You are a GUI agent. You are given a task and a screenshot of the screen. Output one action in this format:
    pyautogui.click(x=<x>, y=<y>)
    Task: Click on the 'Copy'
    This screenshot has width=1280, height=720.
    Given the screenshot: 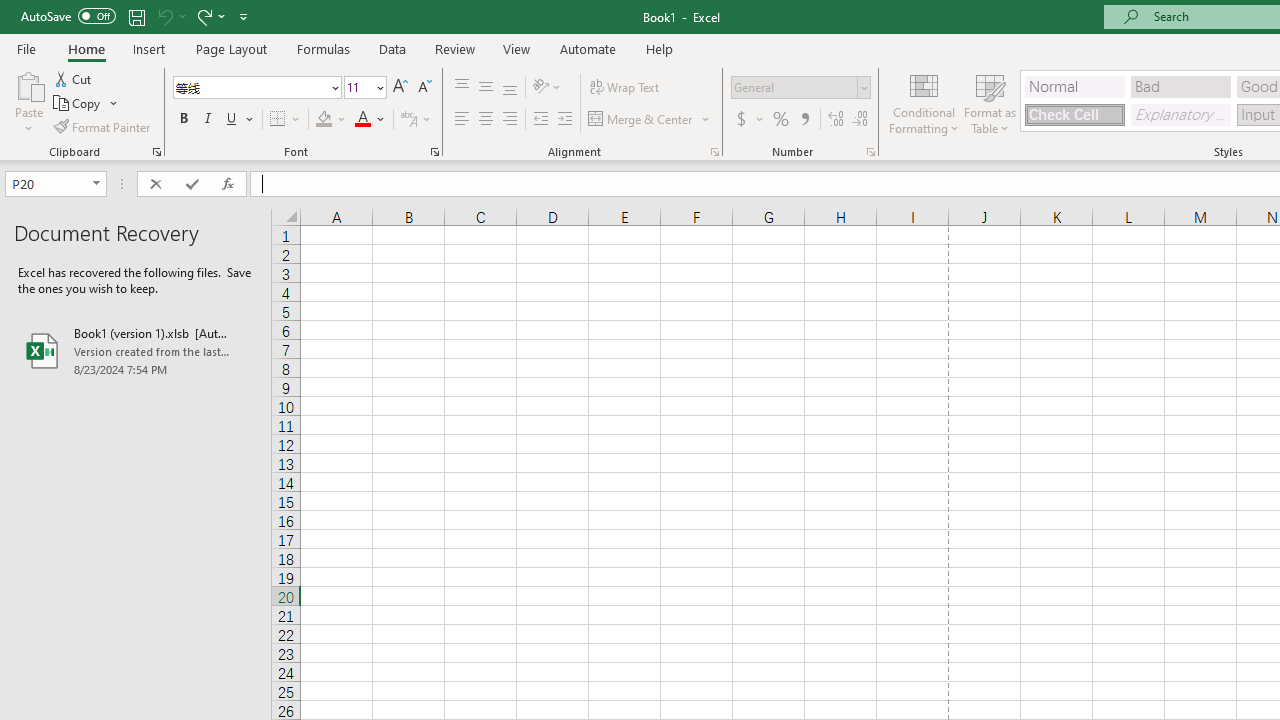 What is the action you would take?
    pyautogui.click(x=78, y=103)
    